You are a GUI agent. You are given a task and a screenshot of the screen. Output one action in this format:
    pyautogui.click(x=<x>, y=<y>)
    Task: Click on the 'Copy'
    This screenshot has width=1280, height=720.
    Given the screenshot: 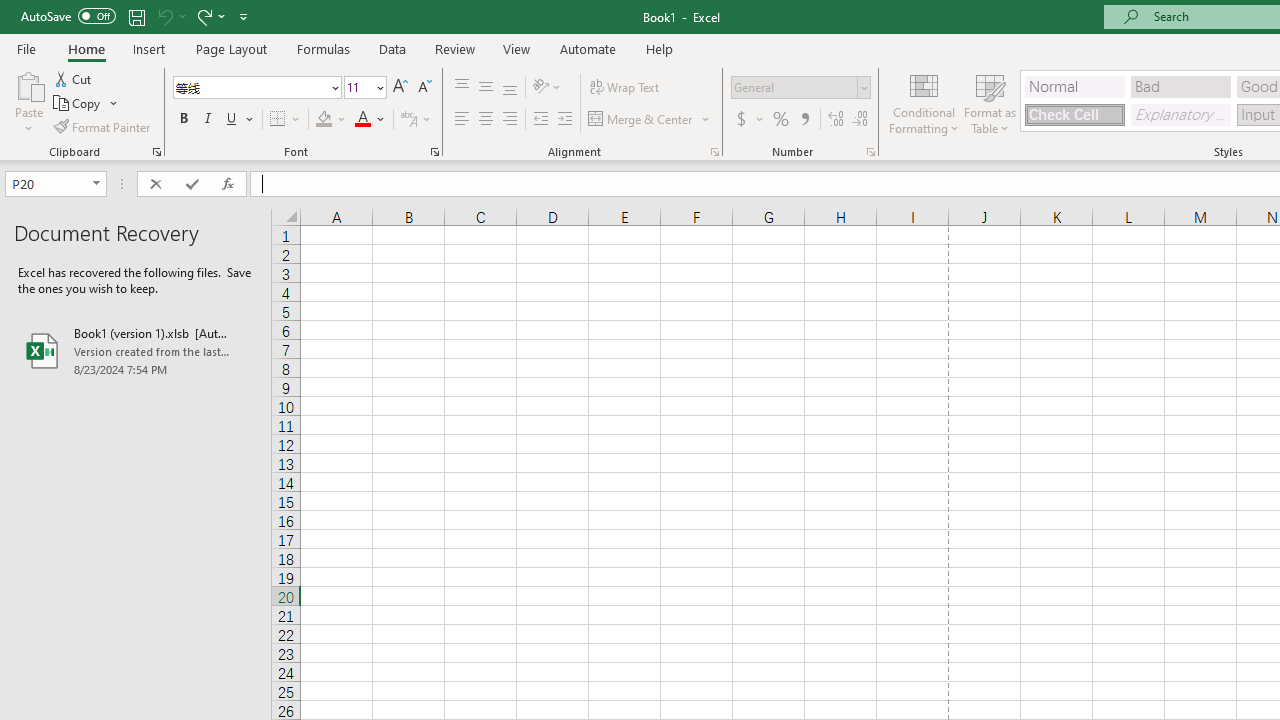 What is the action you would take?
    pyautogui.click(x=78, y=103)
    